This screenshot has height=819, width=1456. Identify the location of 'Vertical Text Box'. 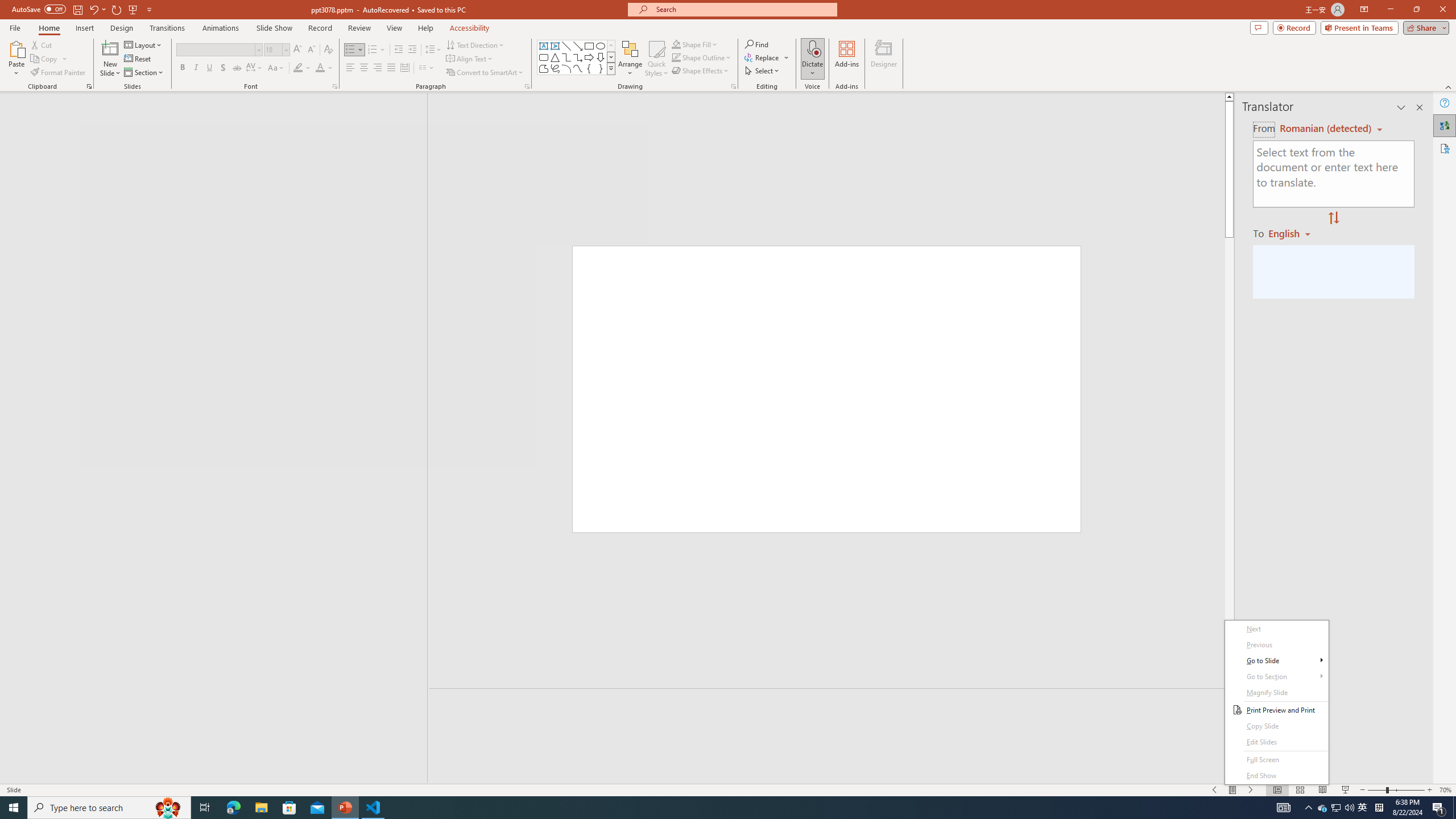
(554, 45).